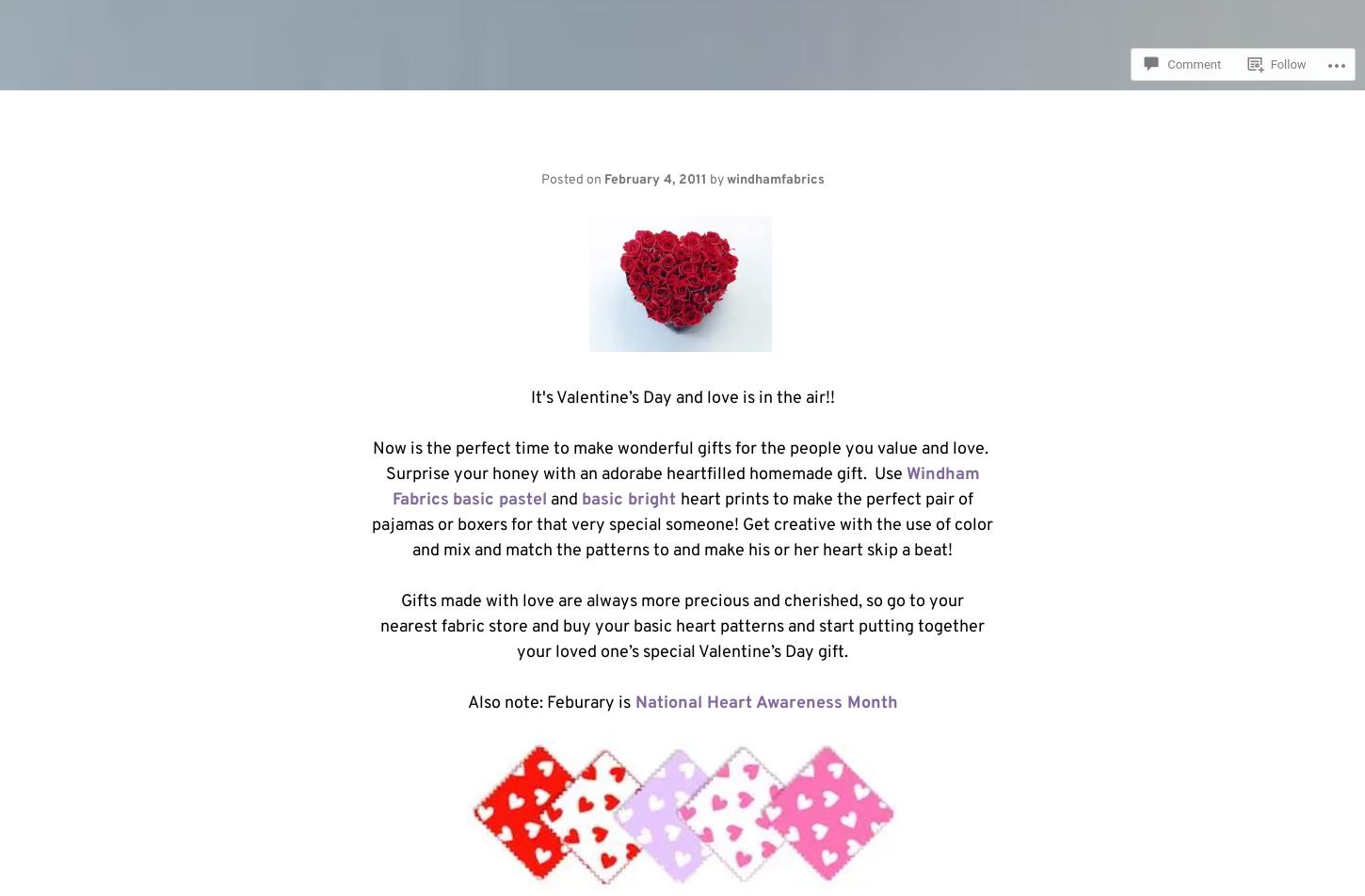 This screenshot has height=896, width=1365. Describe the element at coordinates (653, 179) in the screenshot. I see `'February 4, 2011'` at that location.